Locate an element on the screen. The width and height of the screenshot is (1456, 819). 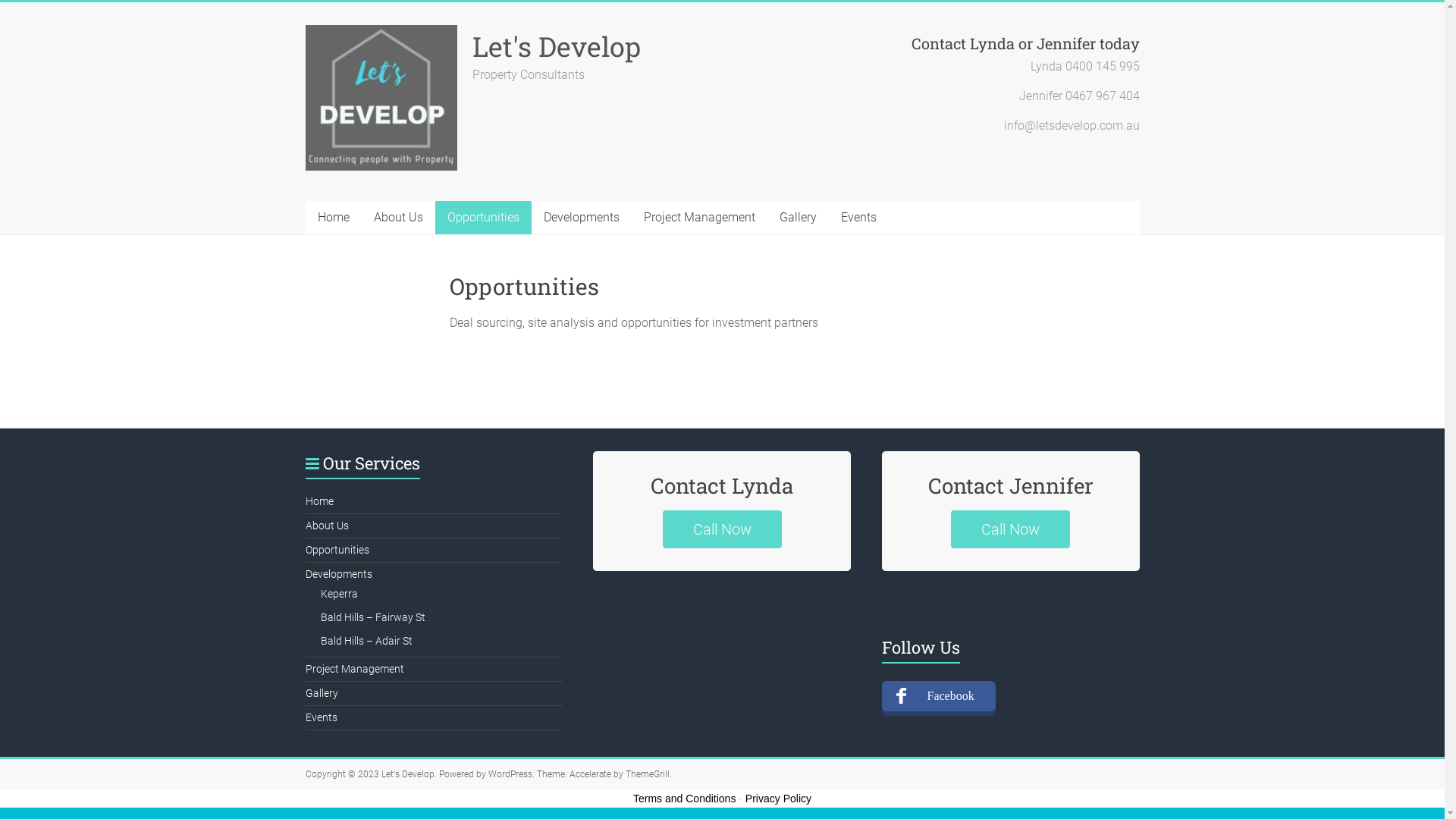
'Let's Develop' is located at coordinates (407, 774).